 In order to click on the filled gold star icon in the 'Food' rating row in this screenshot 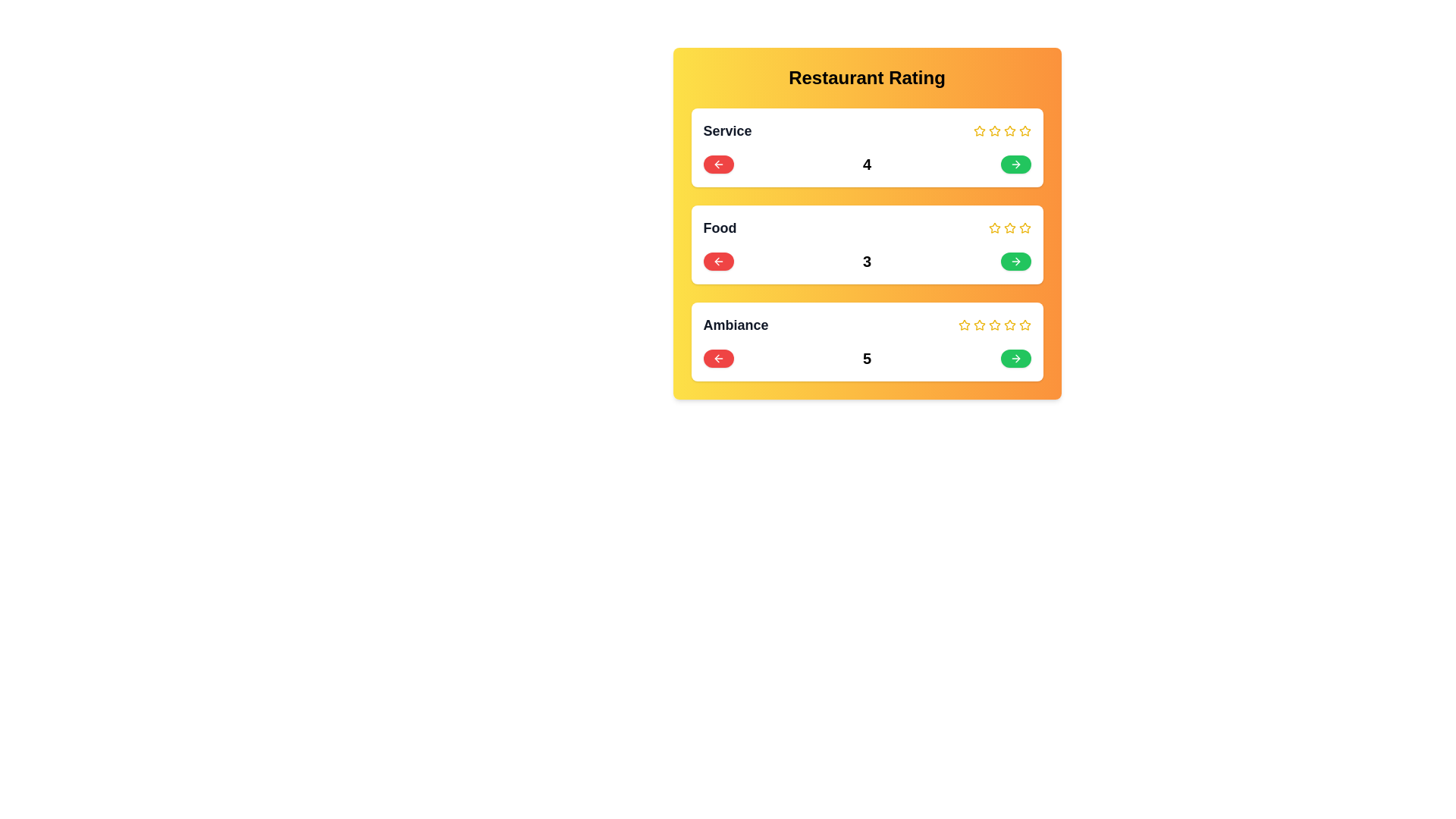, I will do `click(993, 227)`.